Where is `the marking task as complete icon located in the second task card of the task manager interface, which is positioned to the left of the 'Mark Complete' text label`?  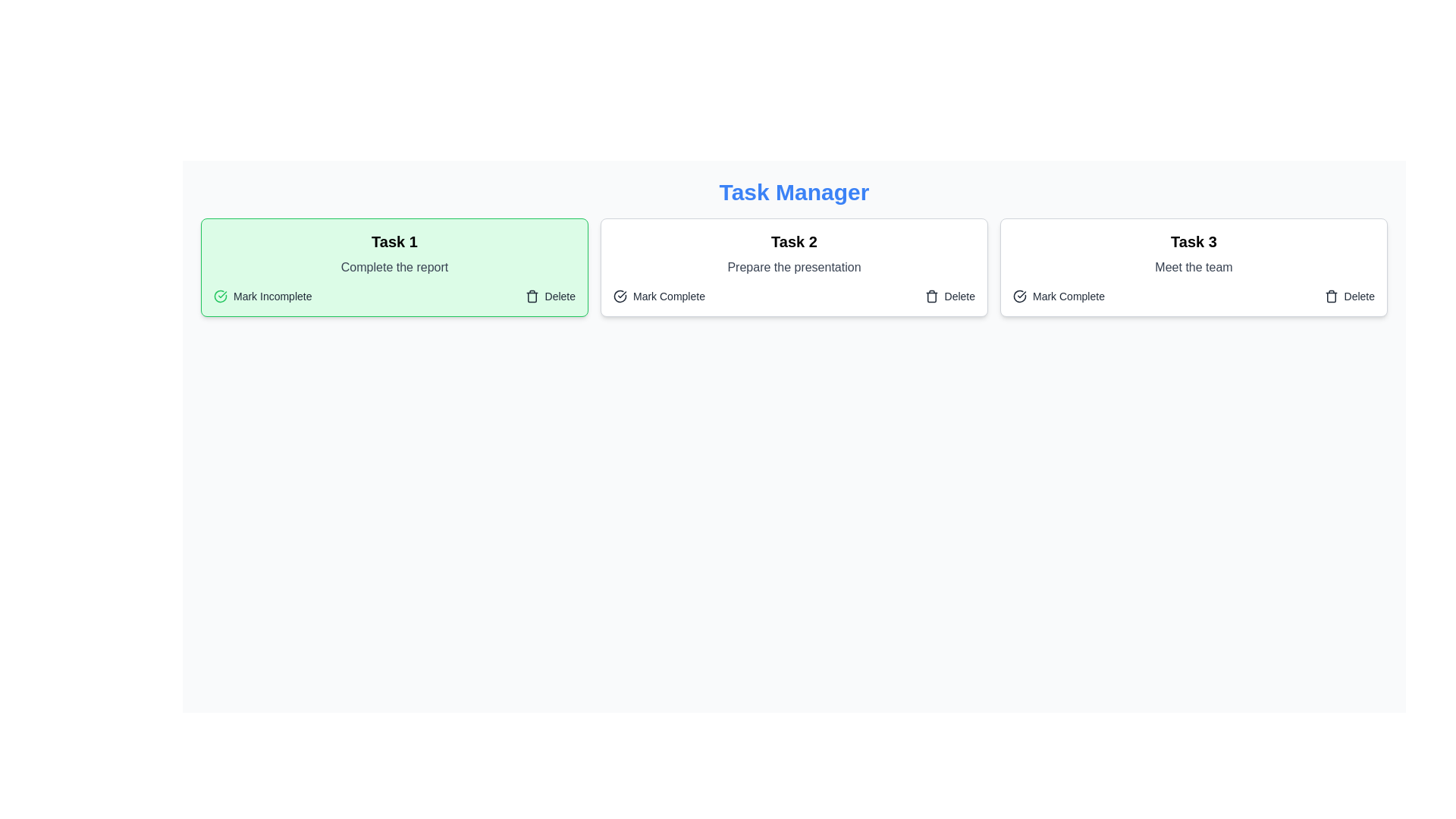
the marking task as complete icon located in the second task card of the task manager interface, which is positioned to the left of the 'Mark Complete' text label is located at coordinates (620, 296).